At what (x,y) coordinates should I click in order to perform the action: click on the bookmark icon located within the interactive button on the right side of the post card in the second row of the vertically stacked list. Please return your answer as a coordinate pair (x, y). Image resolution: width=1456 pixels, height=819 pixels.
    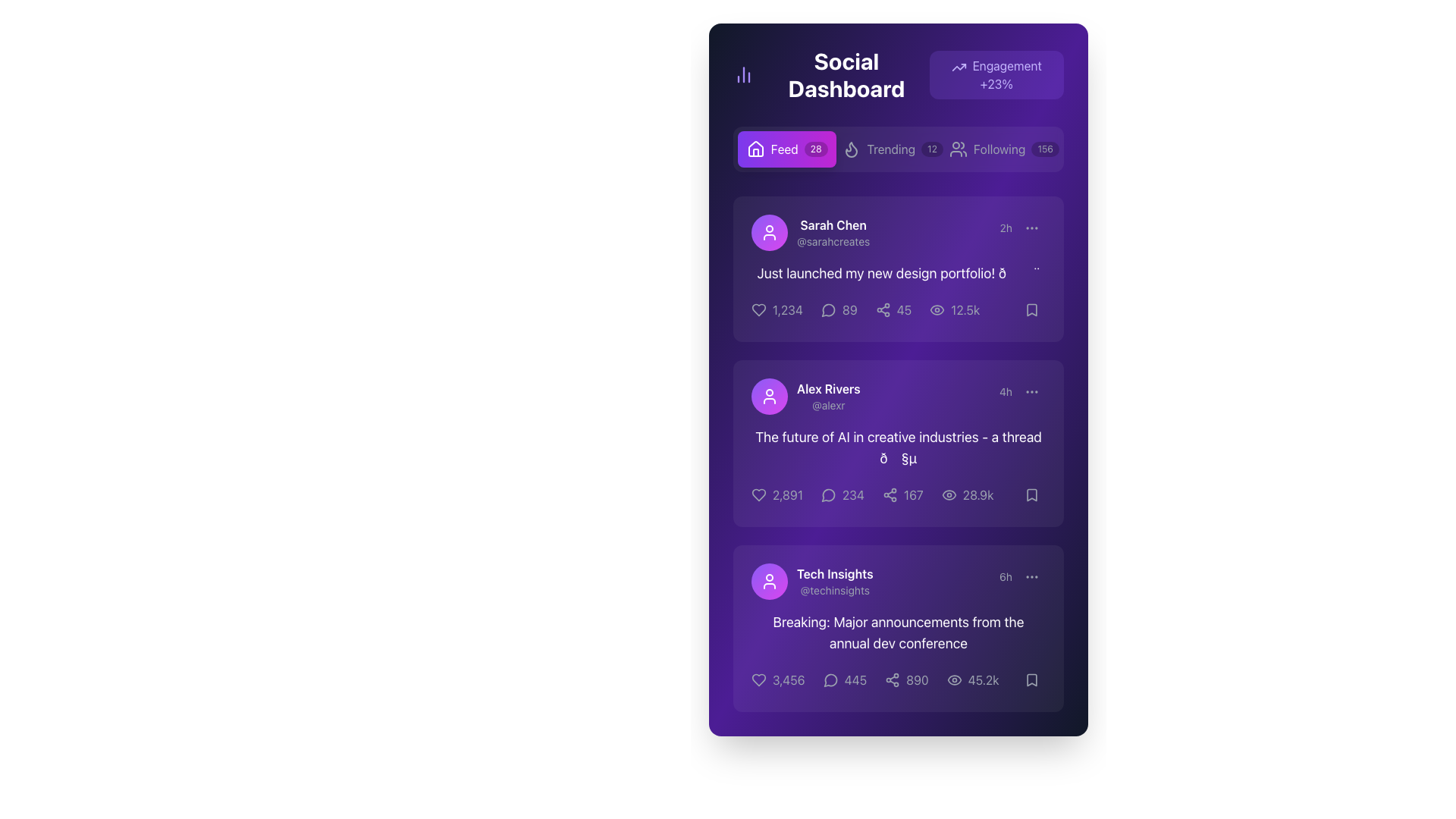
    Looking at the image, I should click on (1031, 494).